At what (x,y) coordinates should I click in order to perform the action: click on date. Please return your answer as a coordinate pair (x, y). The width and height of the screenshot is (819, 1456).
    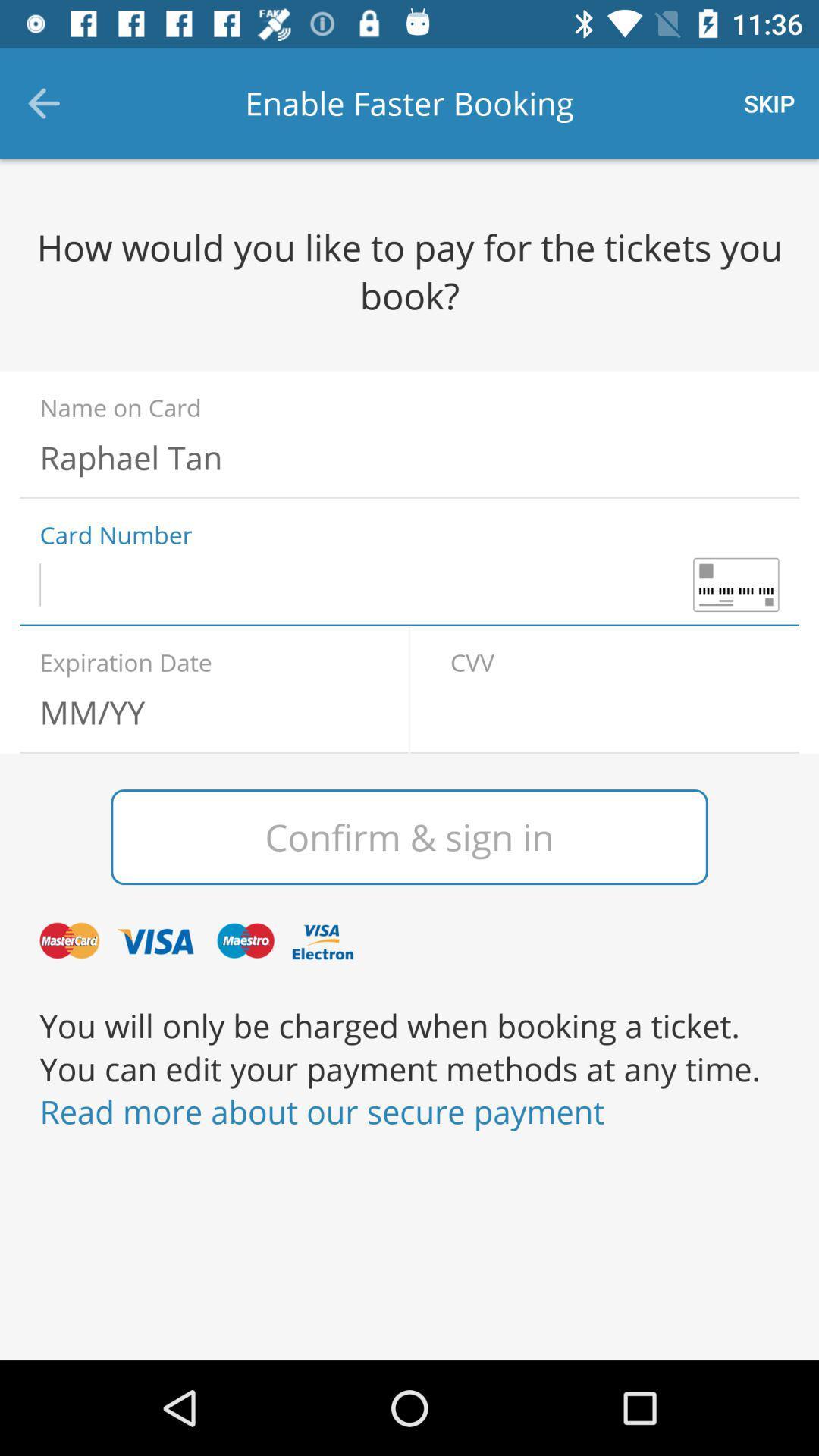
    Looking at the image, I should click on (203, 711).